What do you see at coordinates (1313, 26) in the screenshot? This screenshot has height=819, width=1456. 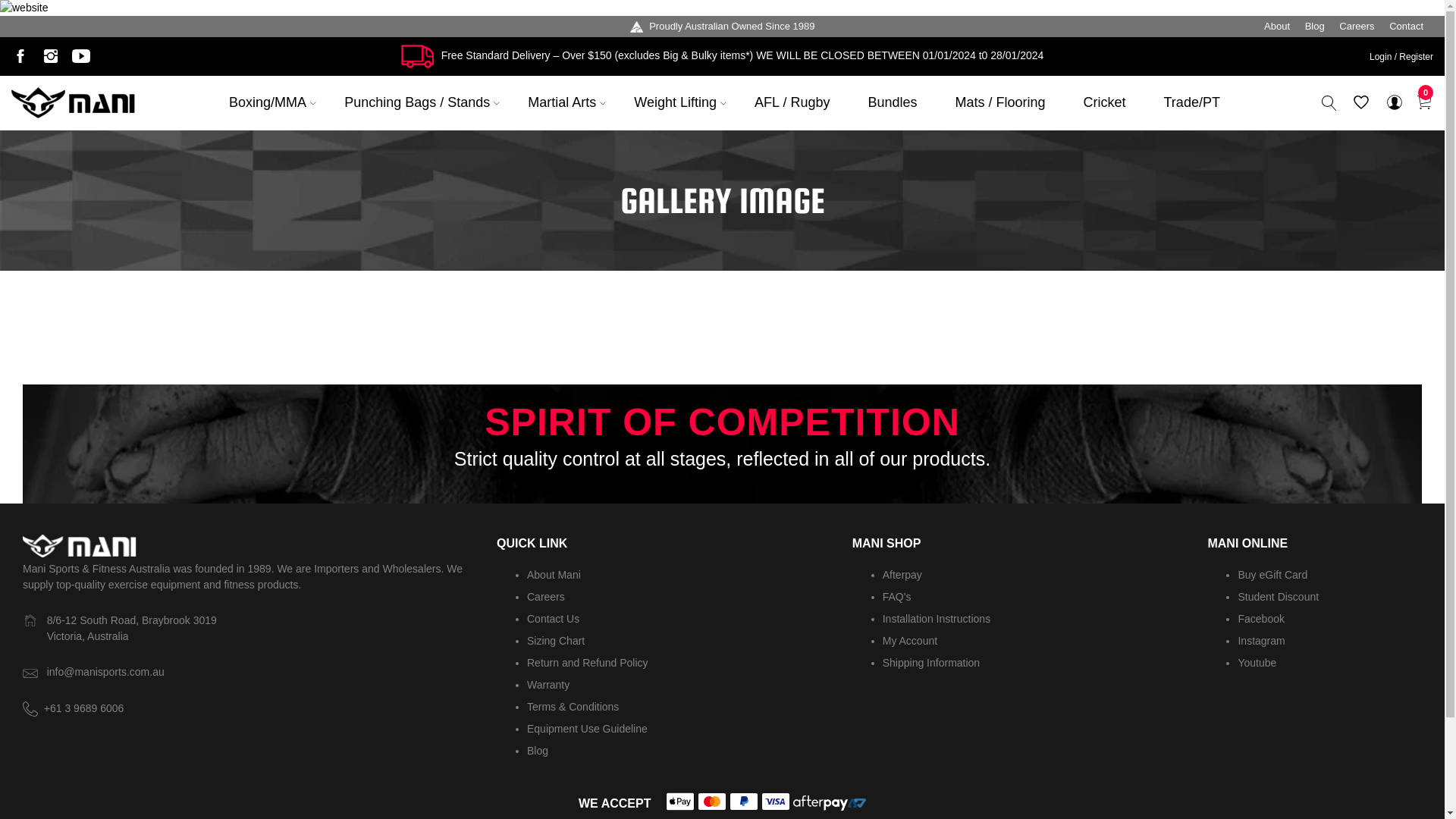 I see `'Blog'` at bounding box center [1313, 26].